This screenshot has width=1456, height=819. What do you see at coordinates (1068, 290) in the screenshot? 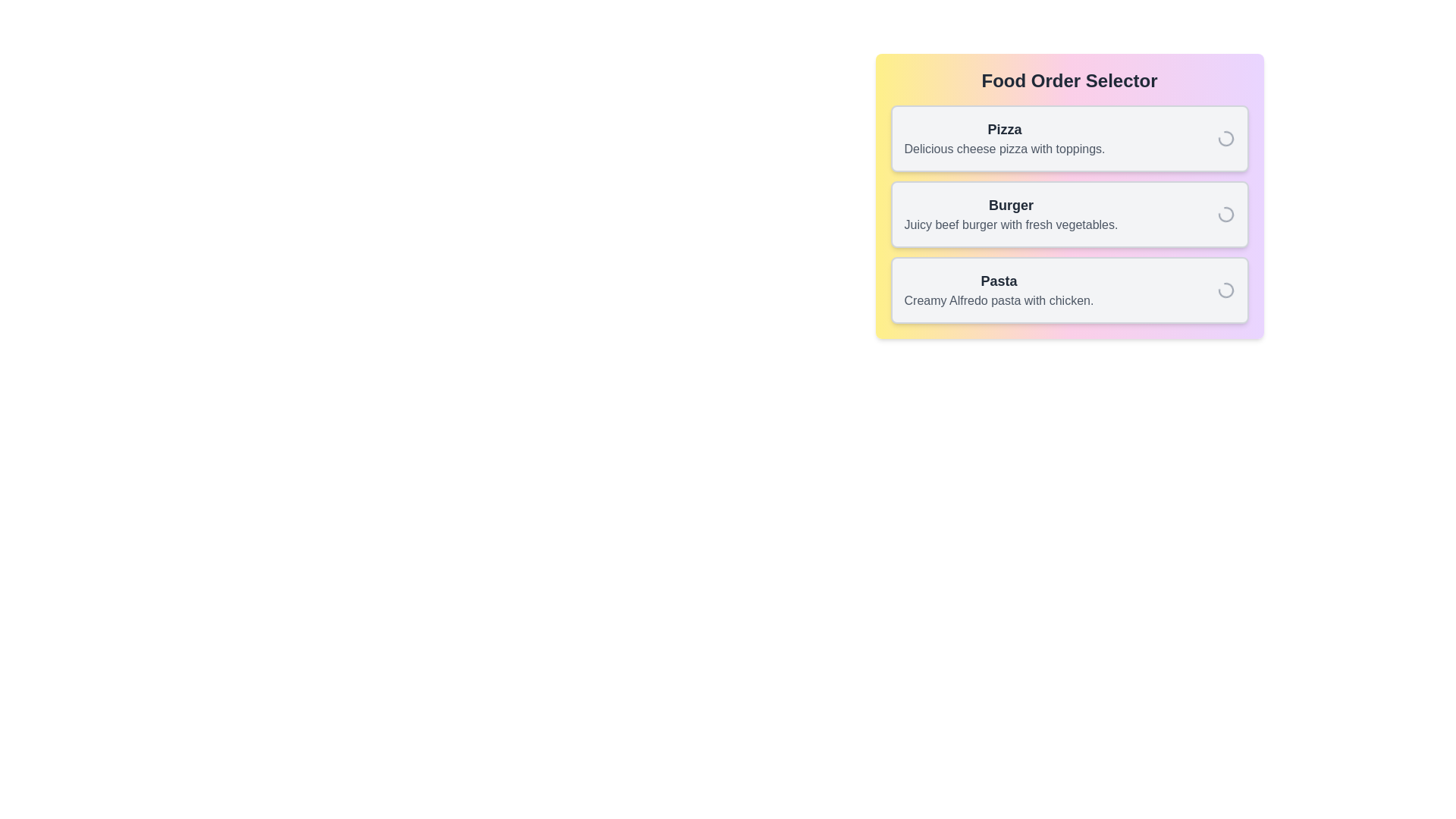
I see `the food item Pasta` at bounding box center [1068, 290].